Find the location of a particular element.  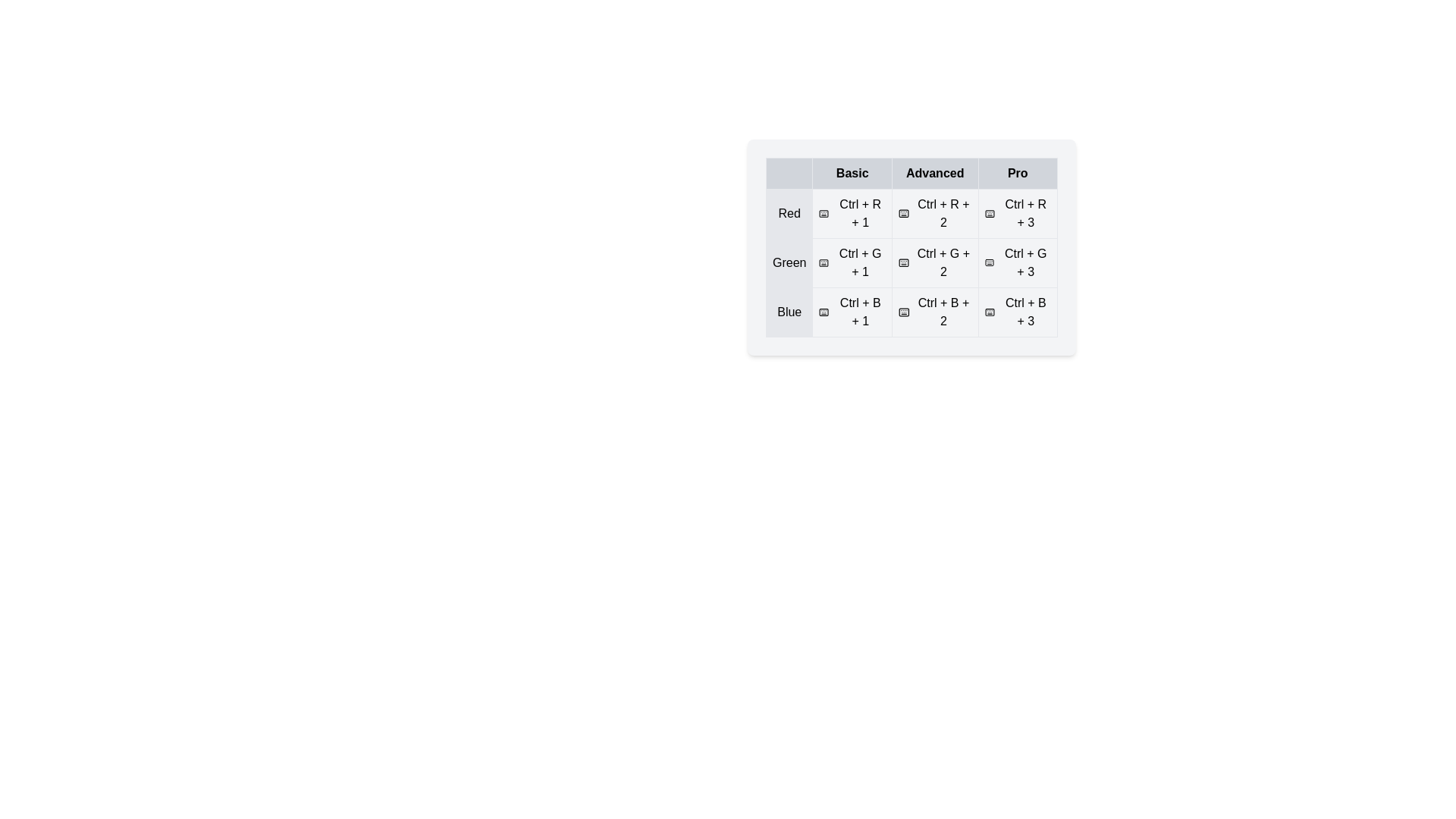

the table cell displaying 'Ctrl + B + 2' under the 'Advanced' column for the 'Blue' row is located at coordinates (934, 312).